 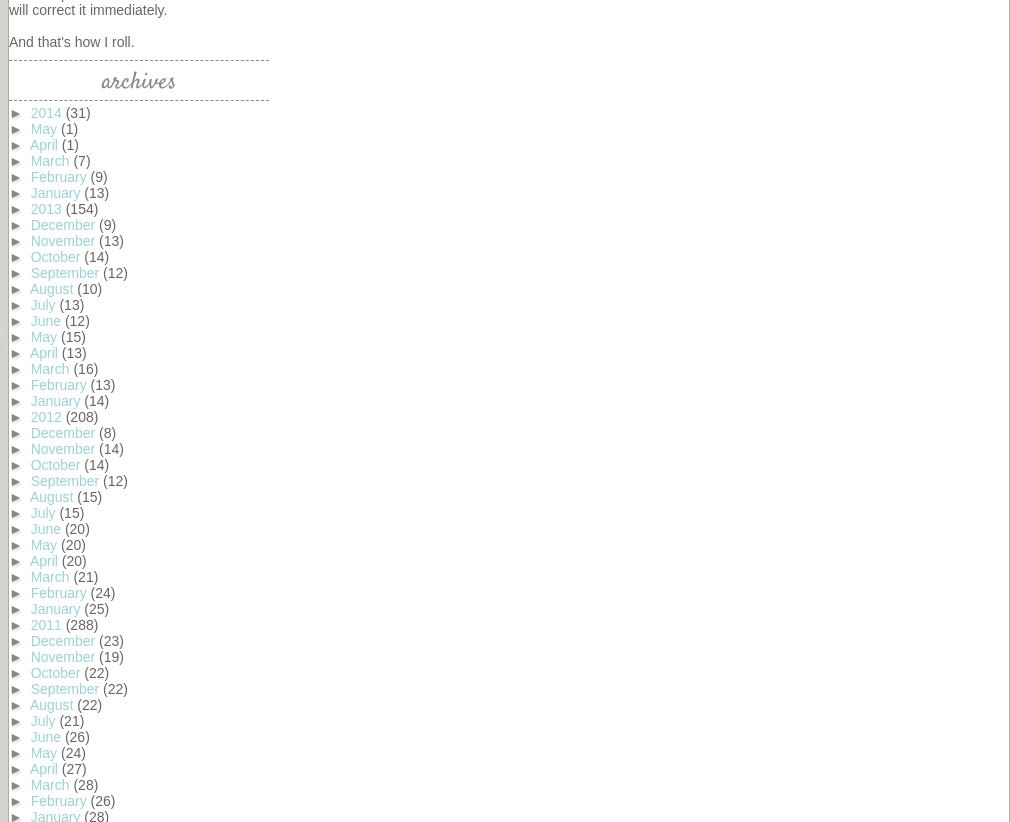 I want to click on '(8)', so click(x=106, y=432).